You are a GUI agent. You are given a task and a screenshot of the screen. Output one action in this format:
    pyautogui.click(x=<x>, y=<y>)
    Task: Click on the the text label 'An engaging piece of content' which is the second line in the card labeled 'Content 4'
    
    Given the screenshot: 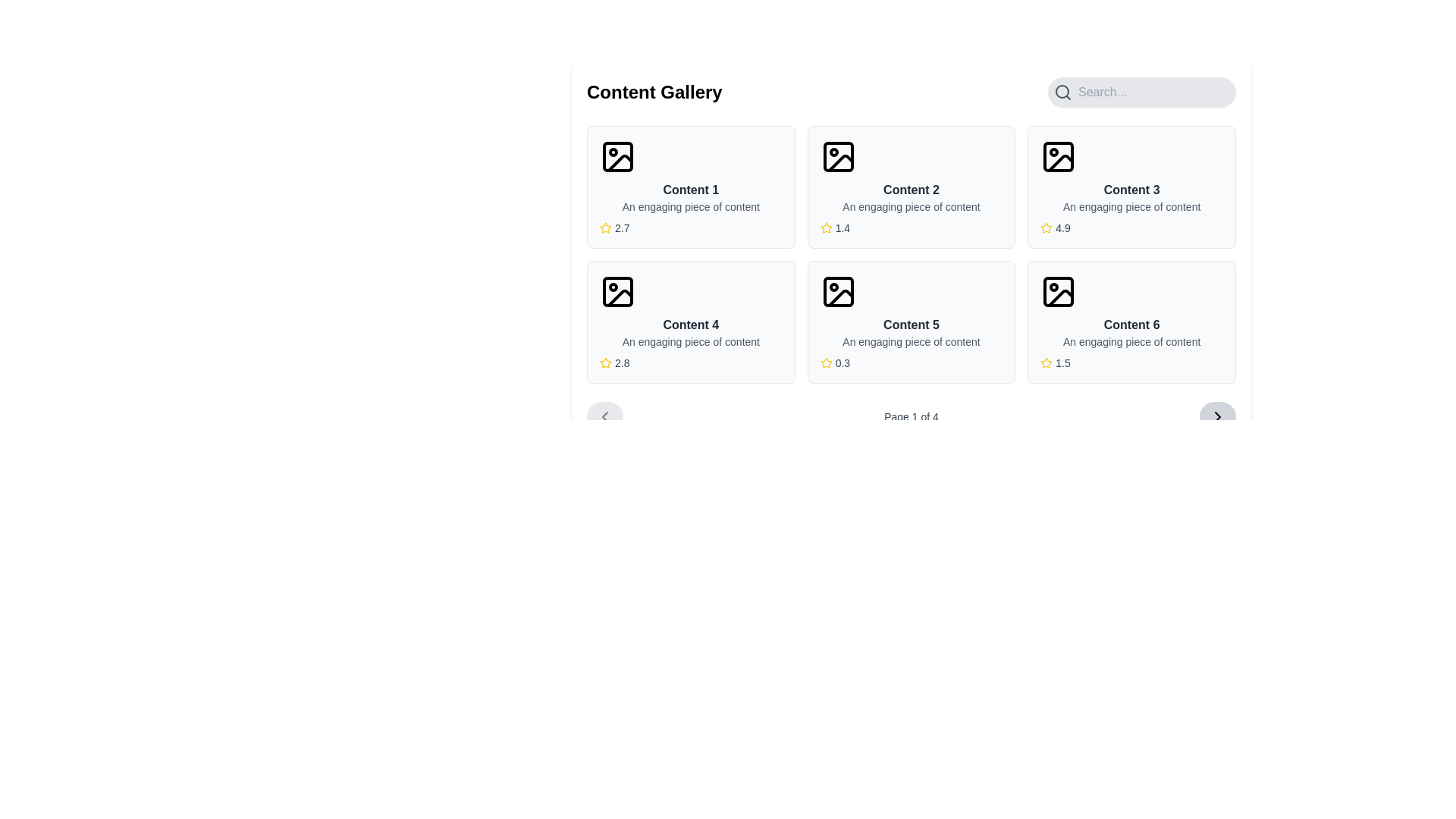 What is the action you would take?
    pyautogui.click(x=690, y=342)
    